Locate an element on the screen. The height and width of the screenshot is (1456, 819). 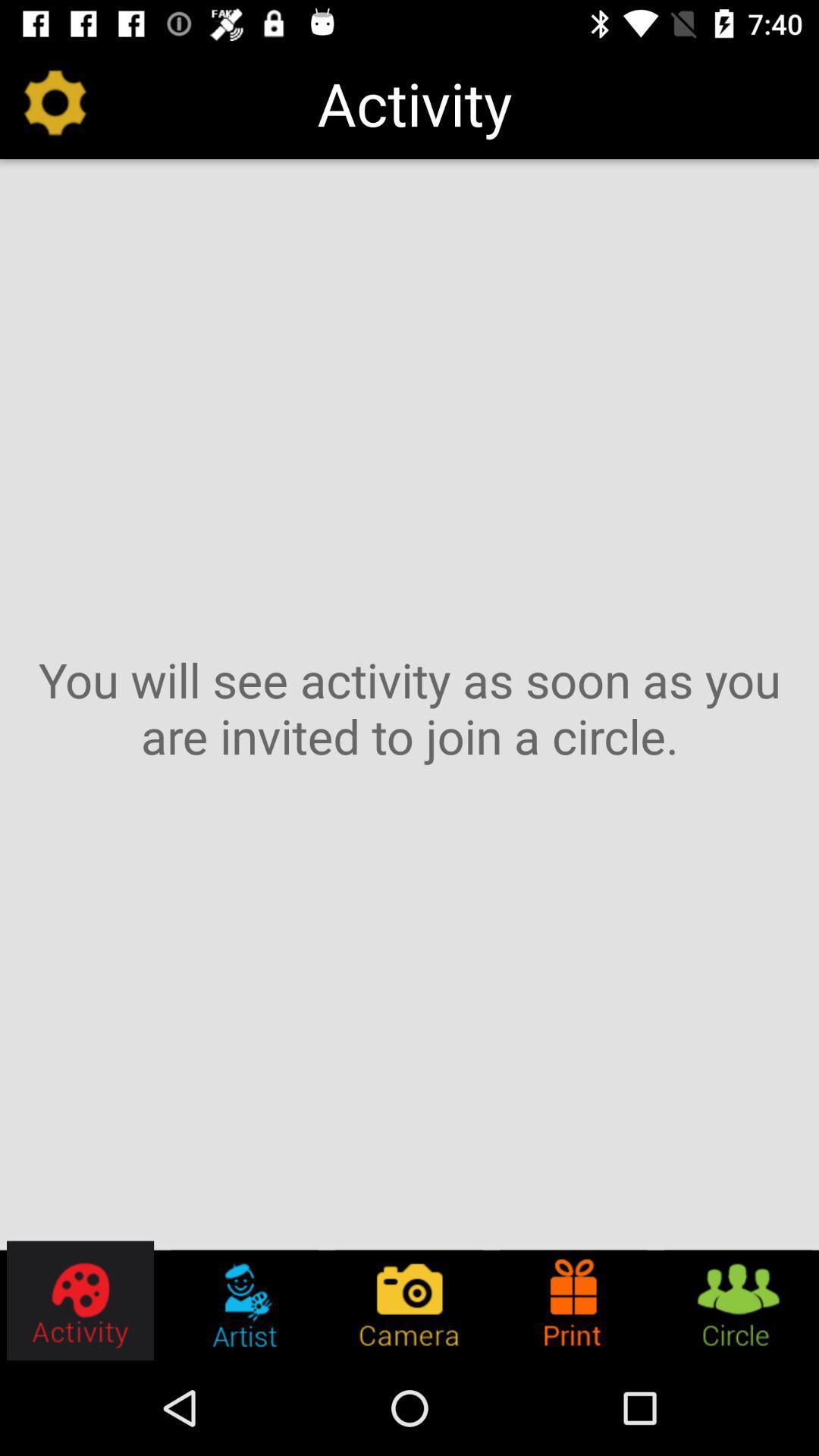
the item below the you will see is located at coordinates (81, 1300).